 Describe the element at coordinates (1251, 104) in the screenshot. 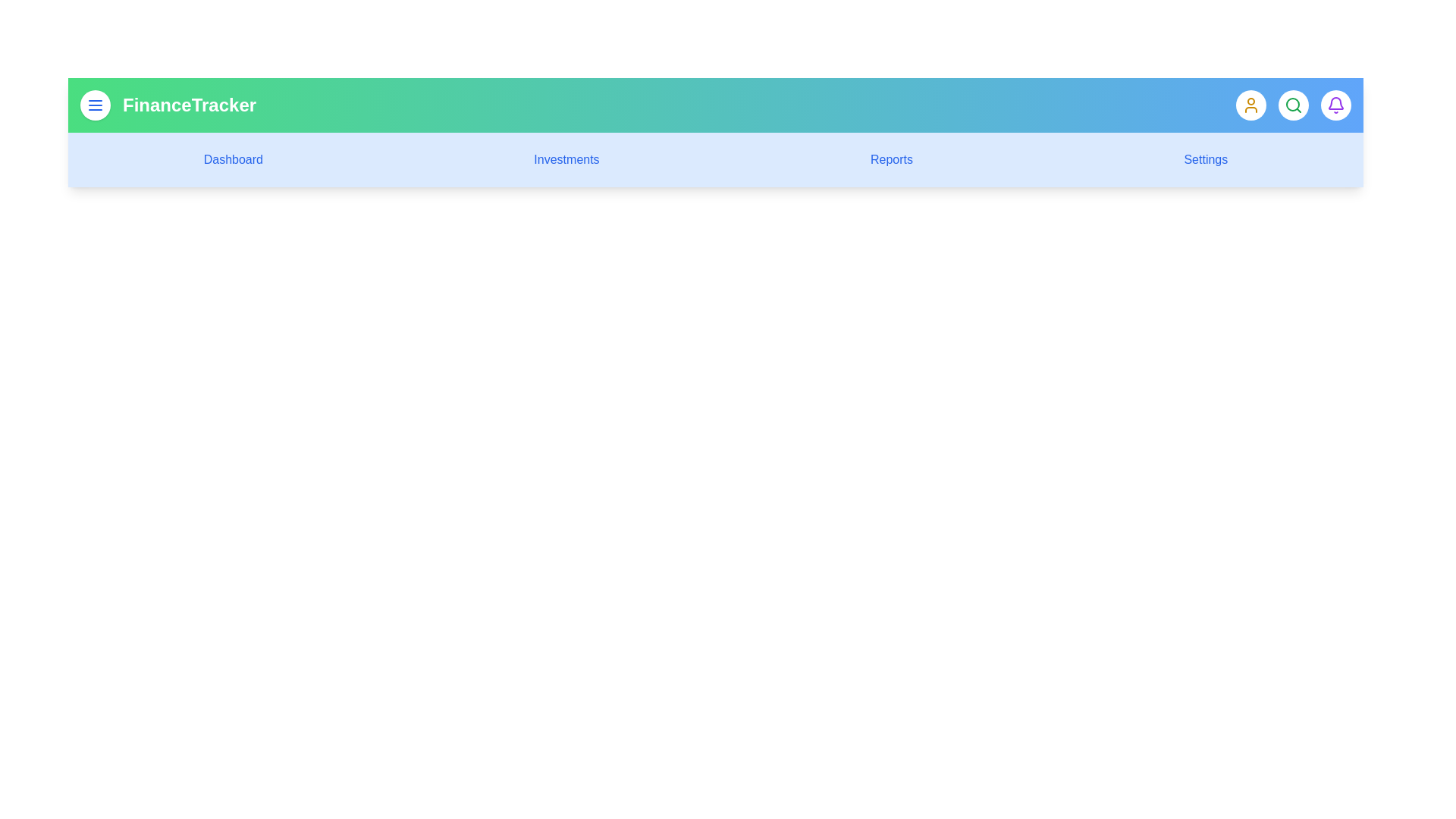

I see `the user profile button` at that location.